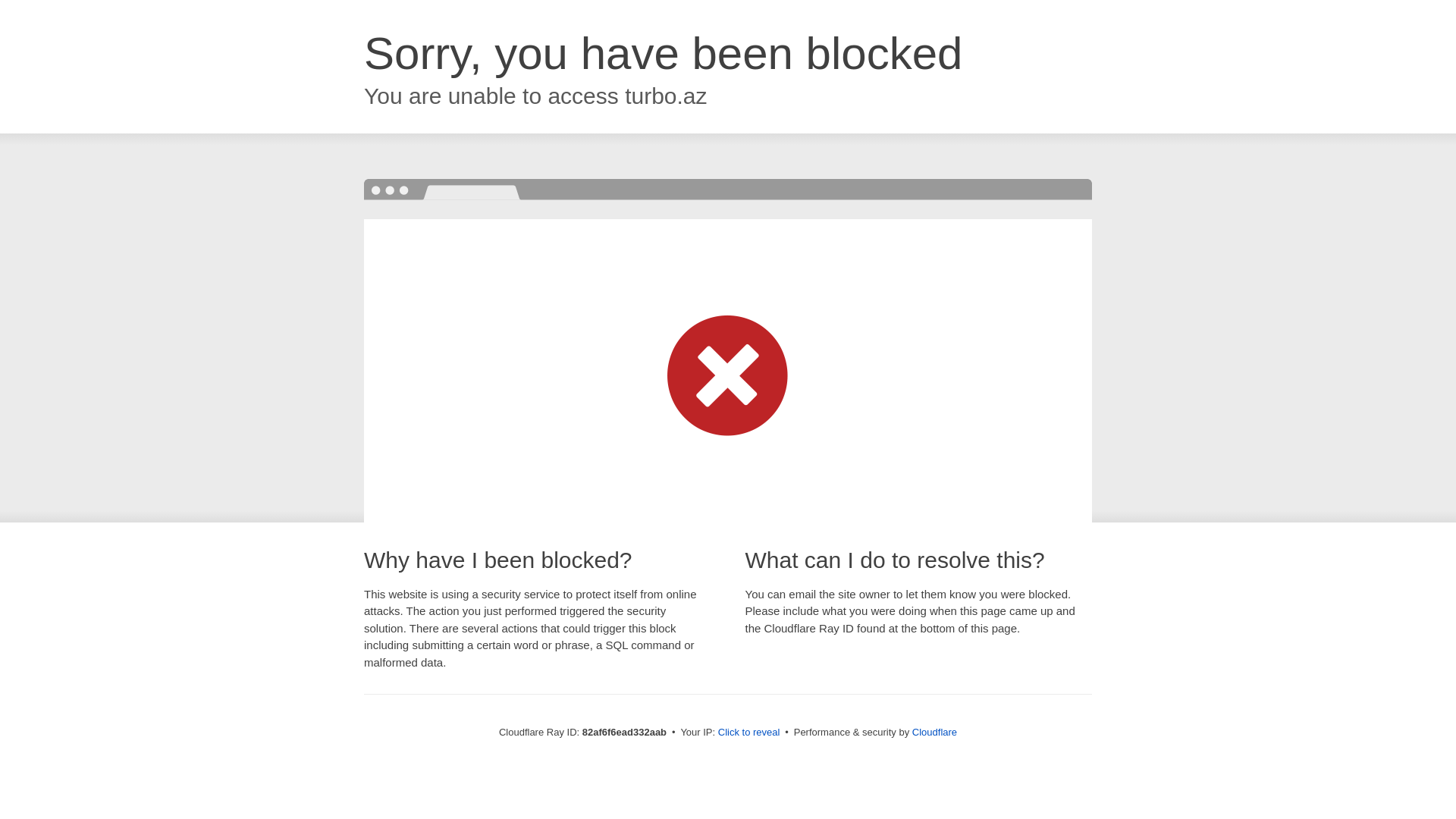  Describe the element at coordinates (934, 731) in the screenshot. I see `'Cloudflare'` at that location.